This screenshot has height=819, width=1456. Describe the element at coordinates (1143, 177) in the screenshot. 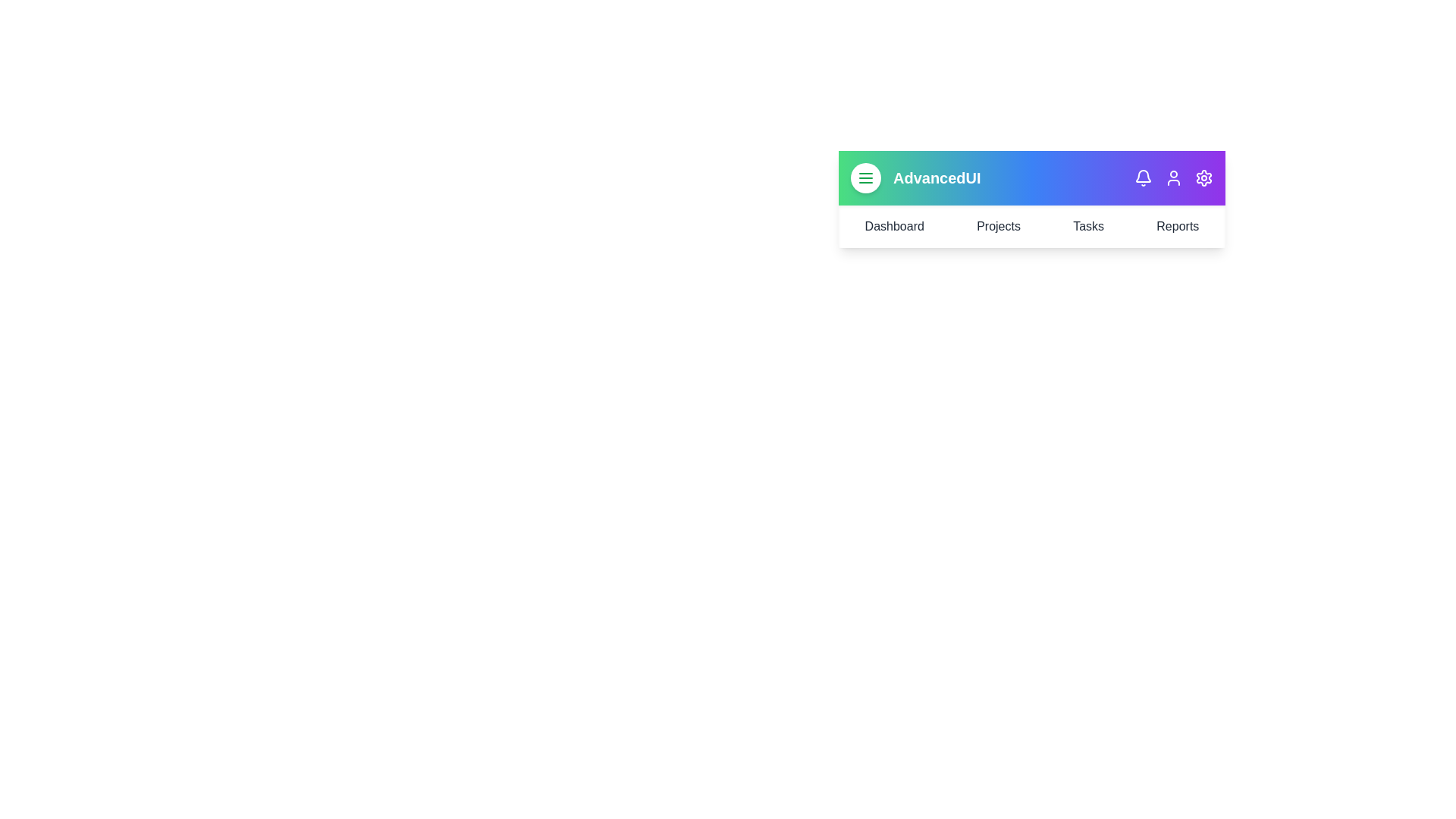

I see `the notification icon in the app bar` at that location.